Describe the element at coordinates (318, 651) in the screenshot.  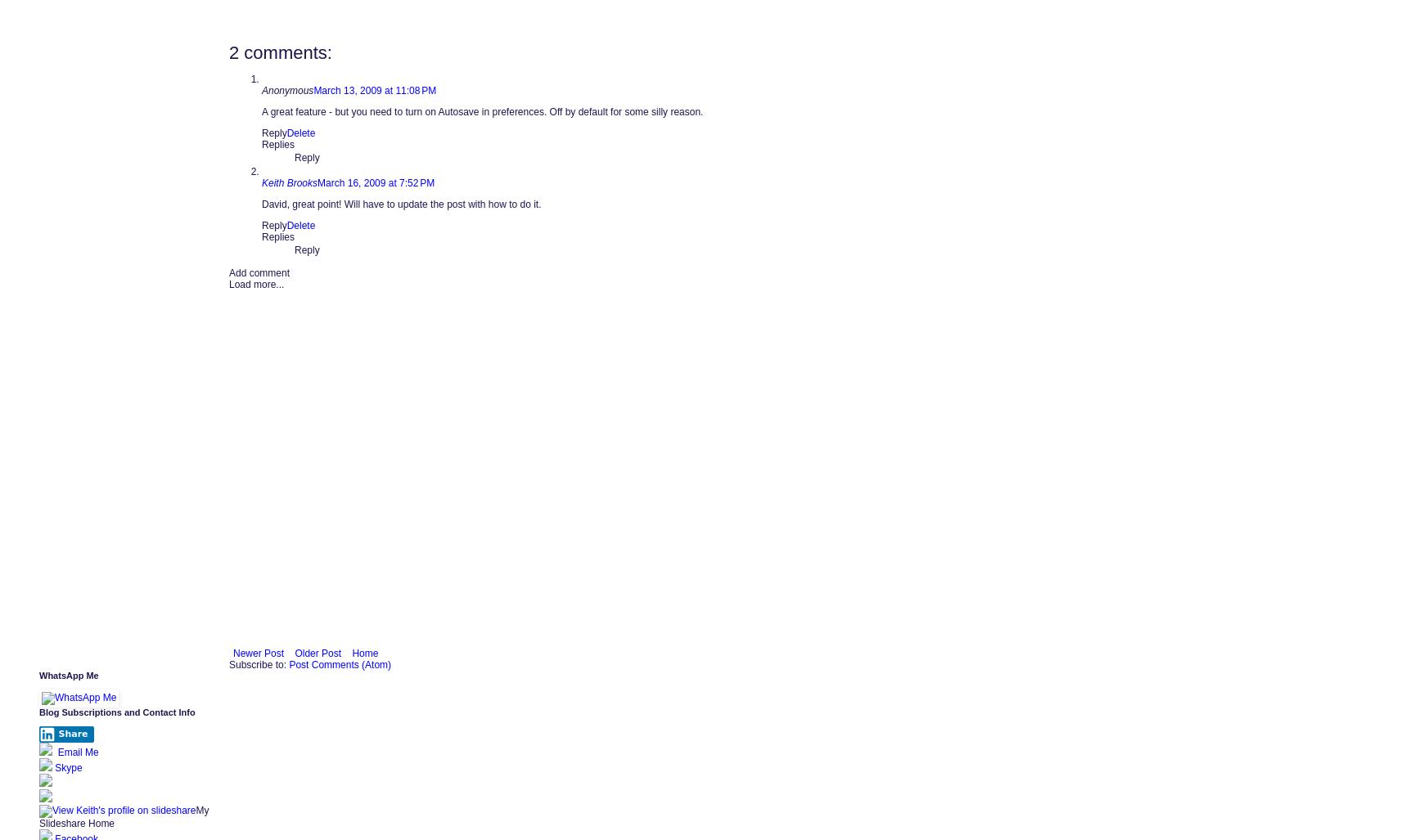
I see `'Older Post'` at that location.